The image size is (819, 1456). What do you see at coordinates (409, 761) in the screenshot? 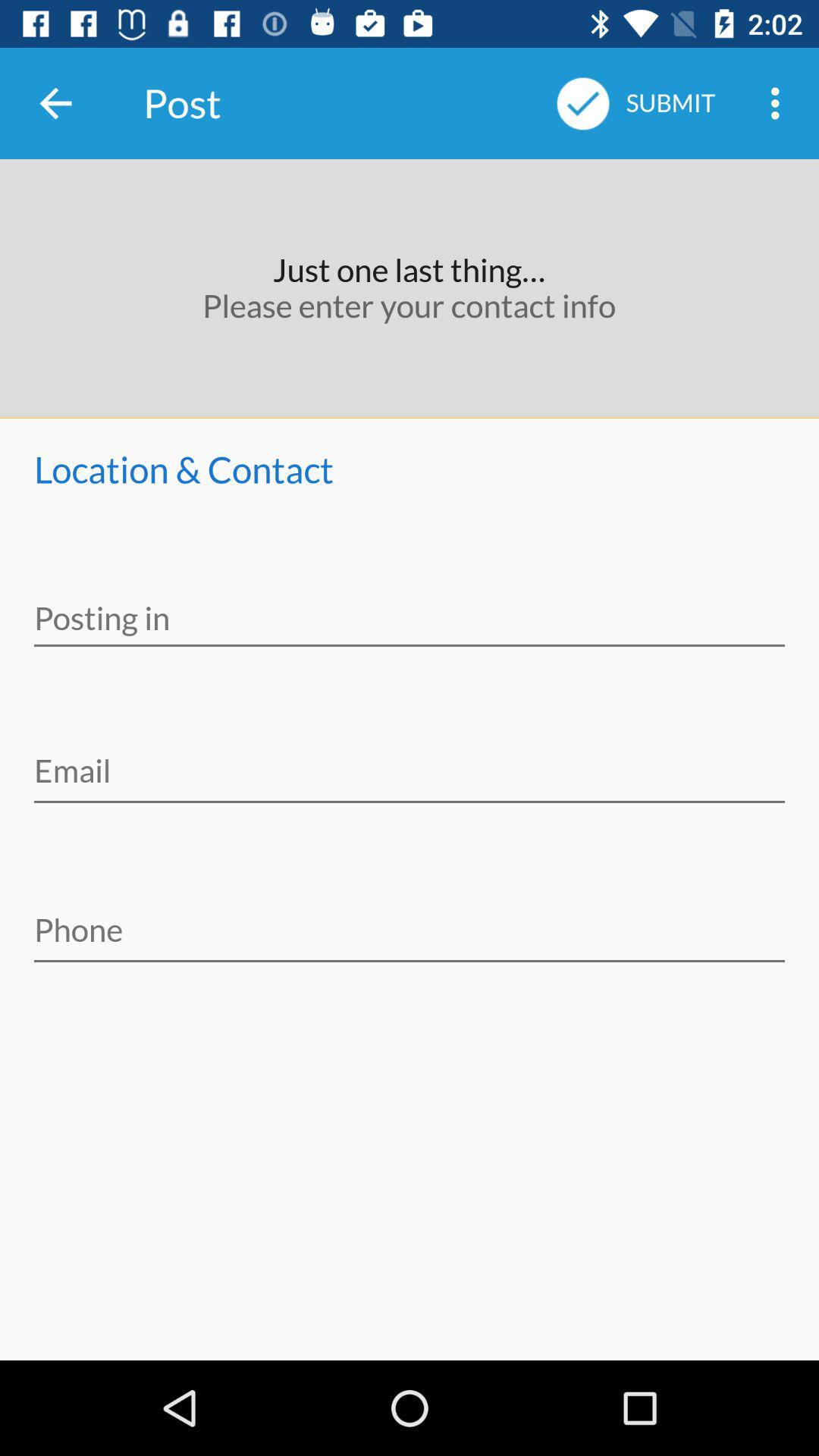
I see `email in text box` at bounding box center [409, 761].